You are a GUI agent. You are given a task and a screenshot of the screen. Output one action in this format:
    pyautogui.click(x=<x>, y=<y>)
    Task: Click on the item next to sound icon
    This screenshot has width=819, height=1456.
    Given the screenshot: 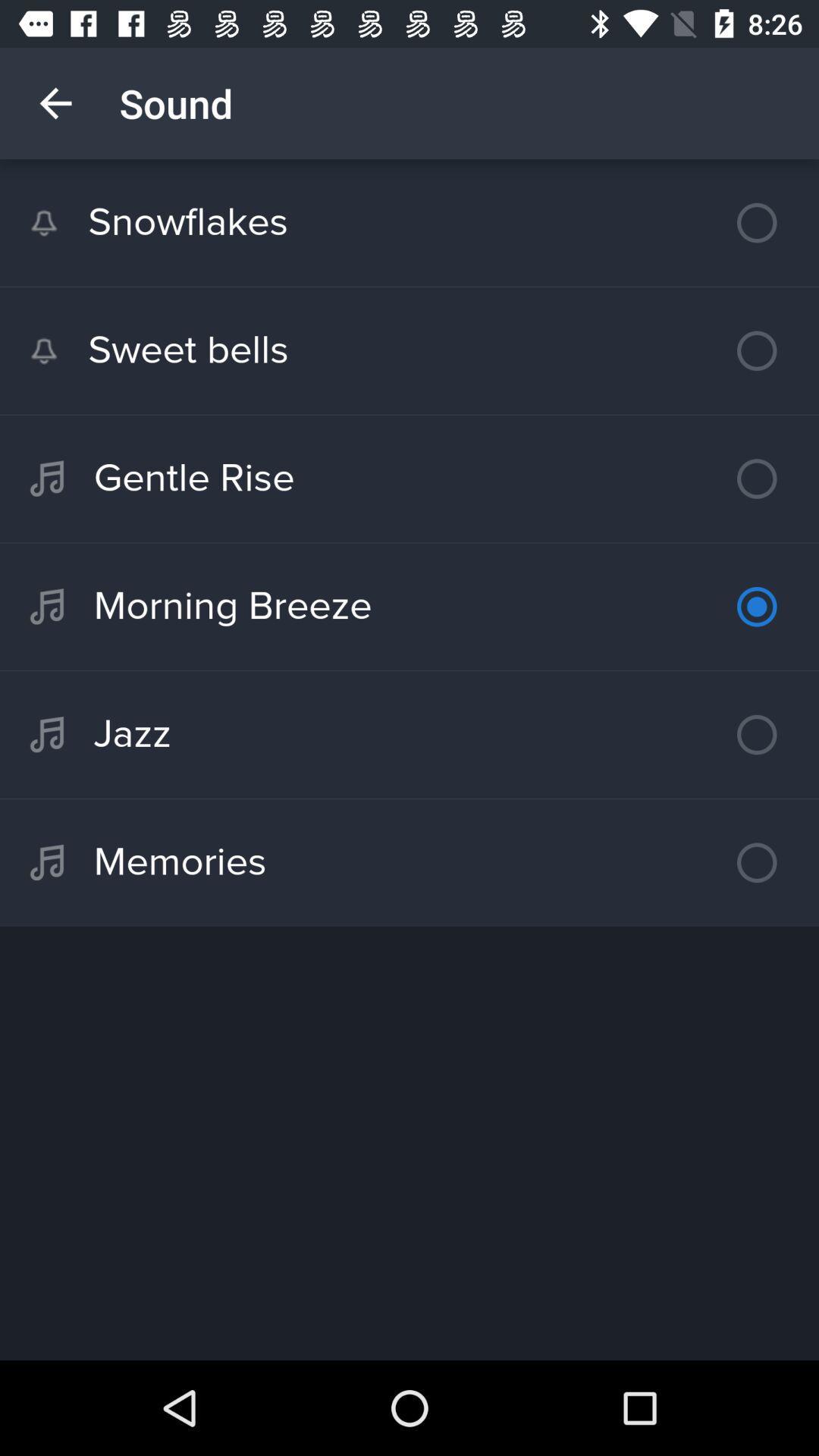 What is the action you would take?
    pyautogui.click(x=55, y=102)
    